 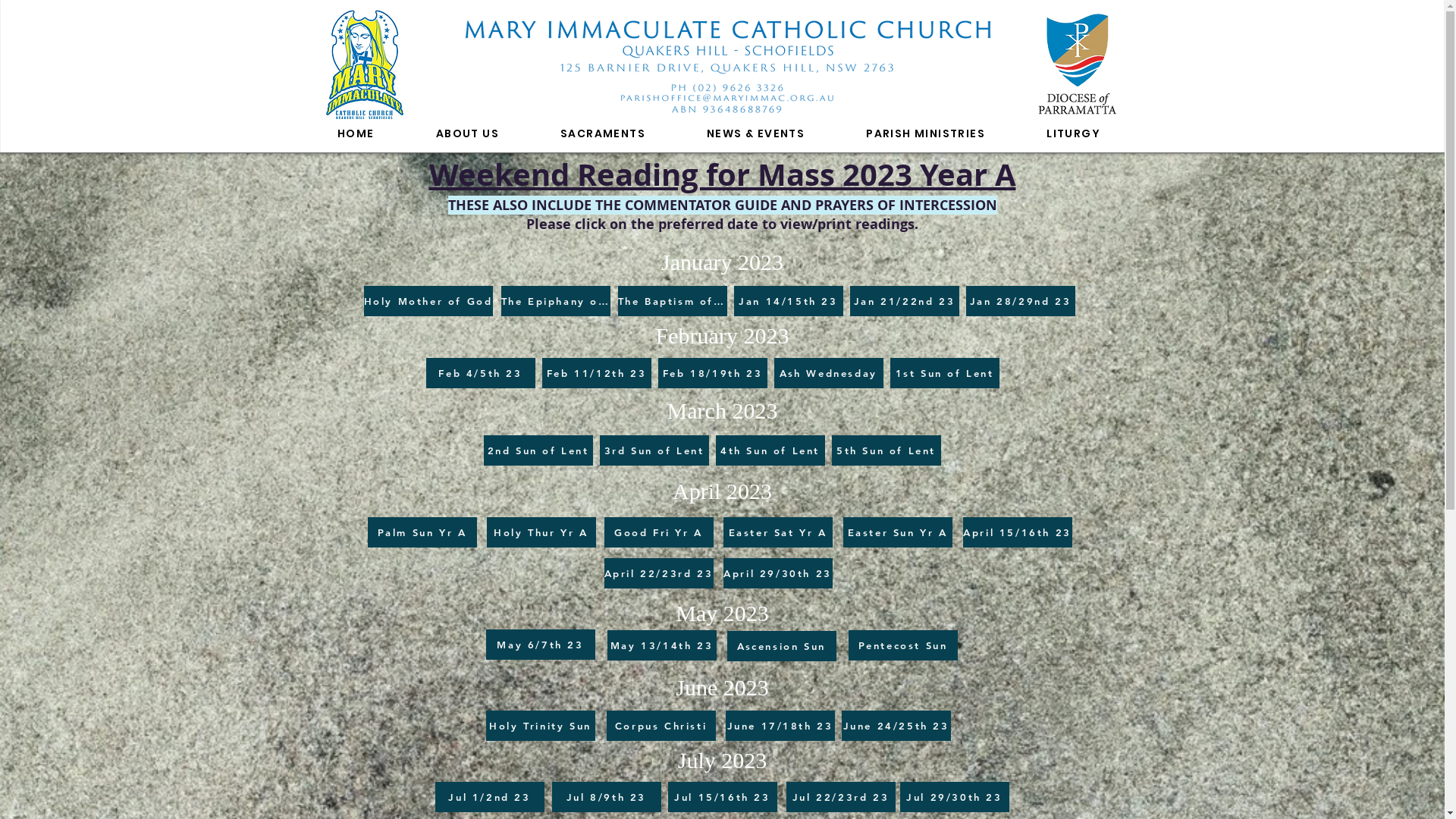 I want to click on 'Feb 4/5th 23', so click(x=479, y=373).